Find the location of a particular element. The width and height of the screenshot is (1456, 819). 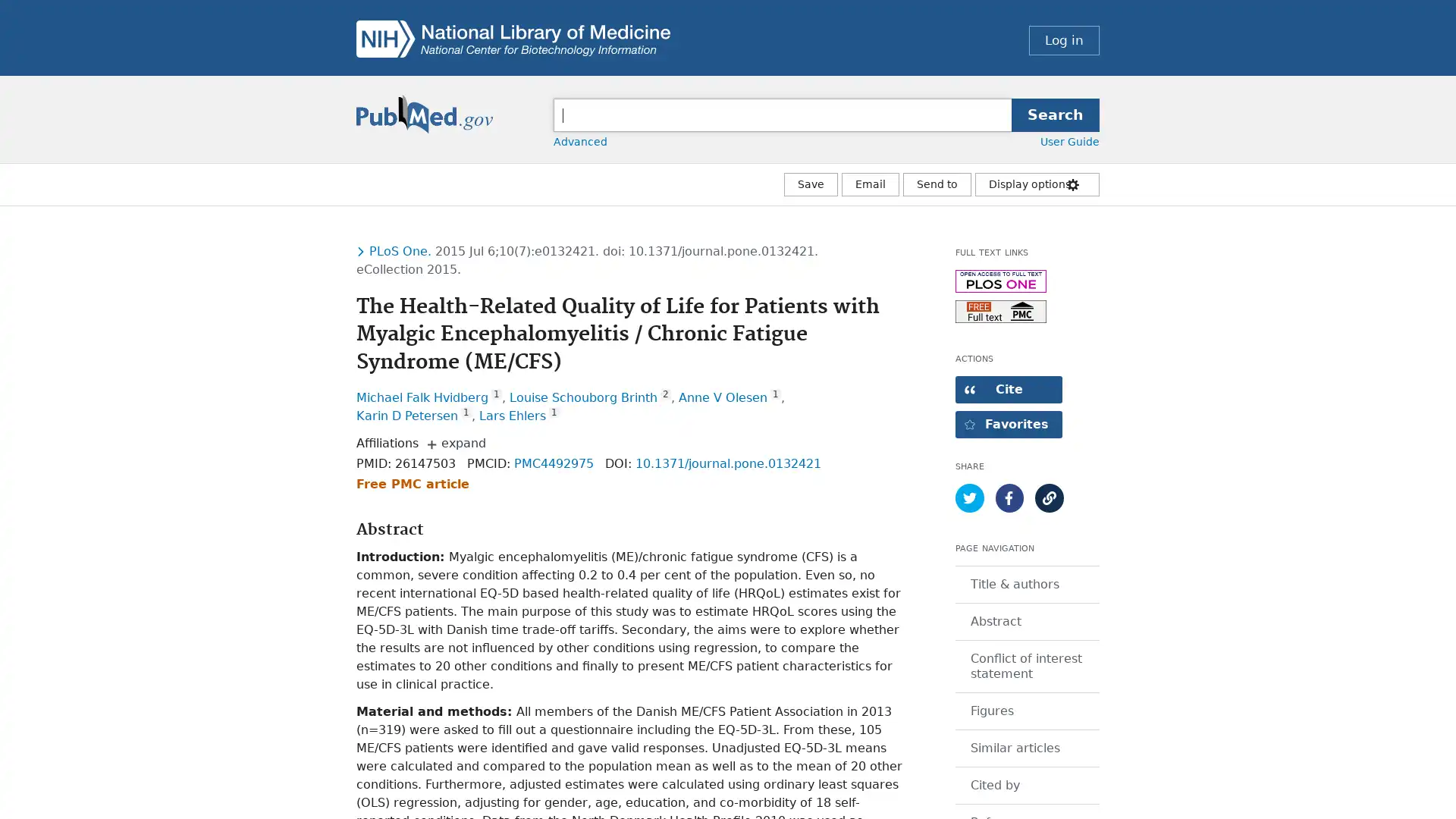

Toggle dropdown menu for journal PloS one is located at coordinates (392, 250).